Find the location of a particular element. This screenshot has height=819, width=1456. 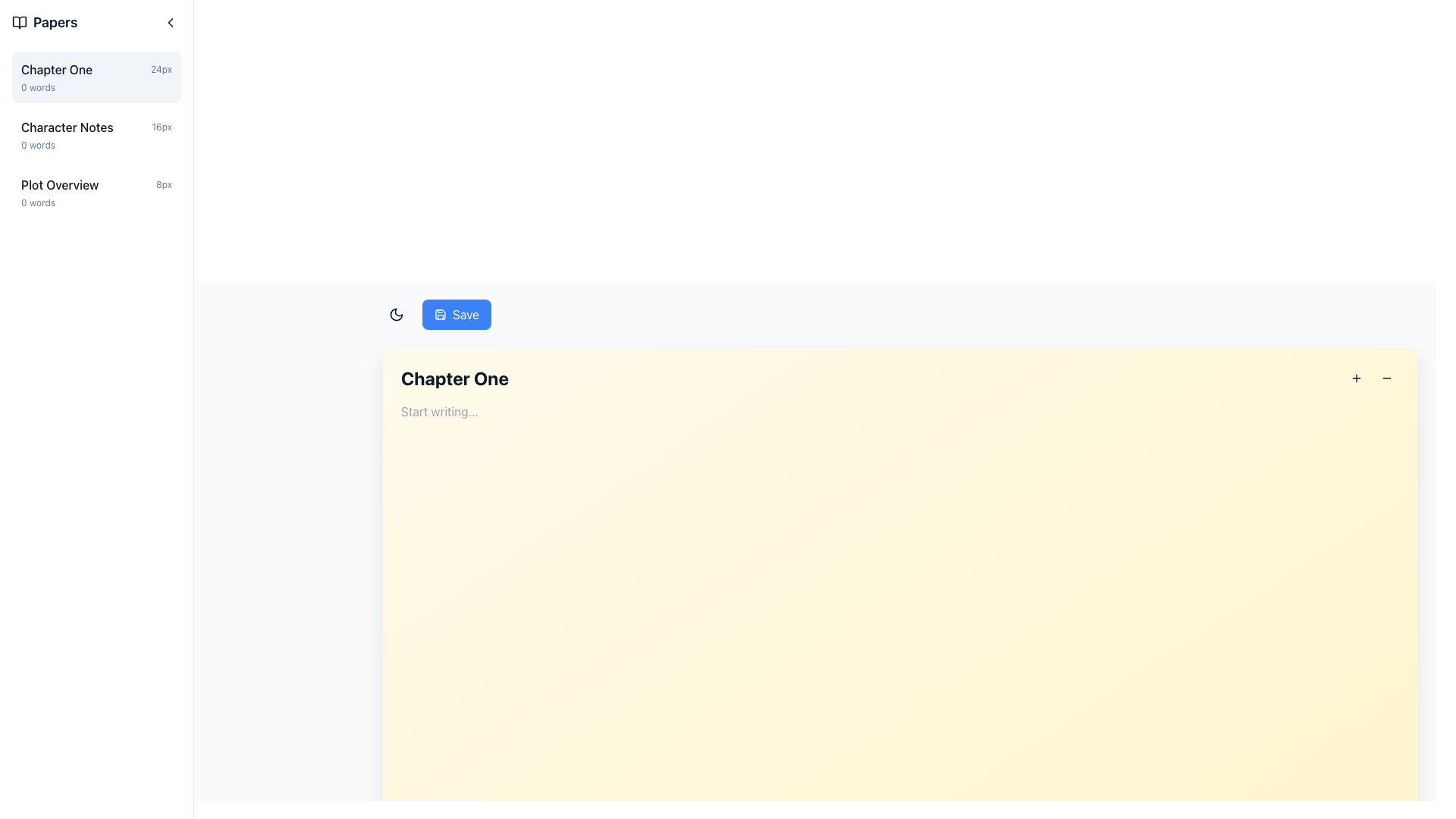

the circular crescent moon icon located to the left of the 'Save' button is located at coordinates (397, 314).